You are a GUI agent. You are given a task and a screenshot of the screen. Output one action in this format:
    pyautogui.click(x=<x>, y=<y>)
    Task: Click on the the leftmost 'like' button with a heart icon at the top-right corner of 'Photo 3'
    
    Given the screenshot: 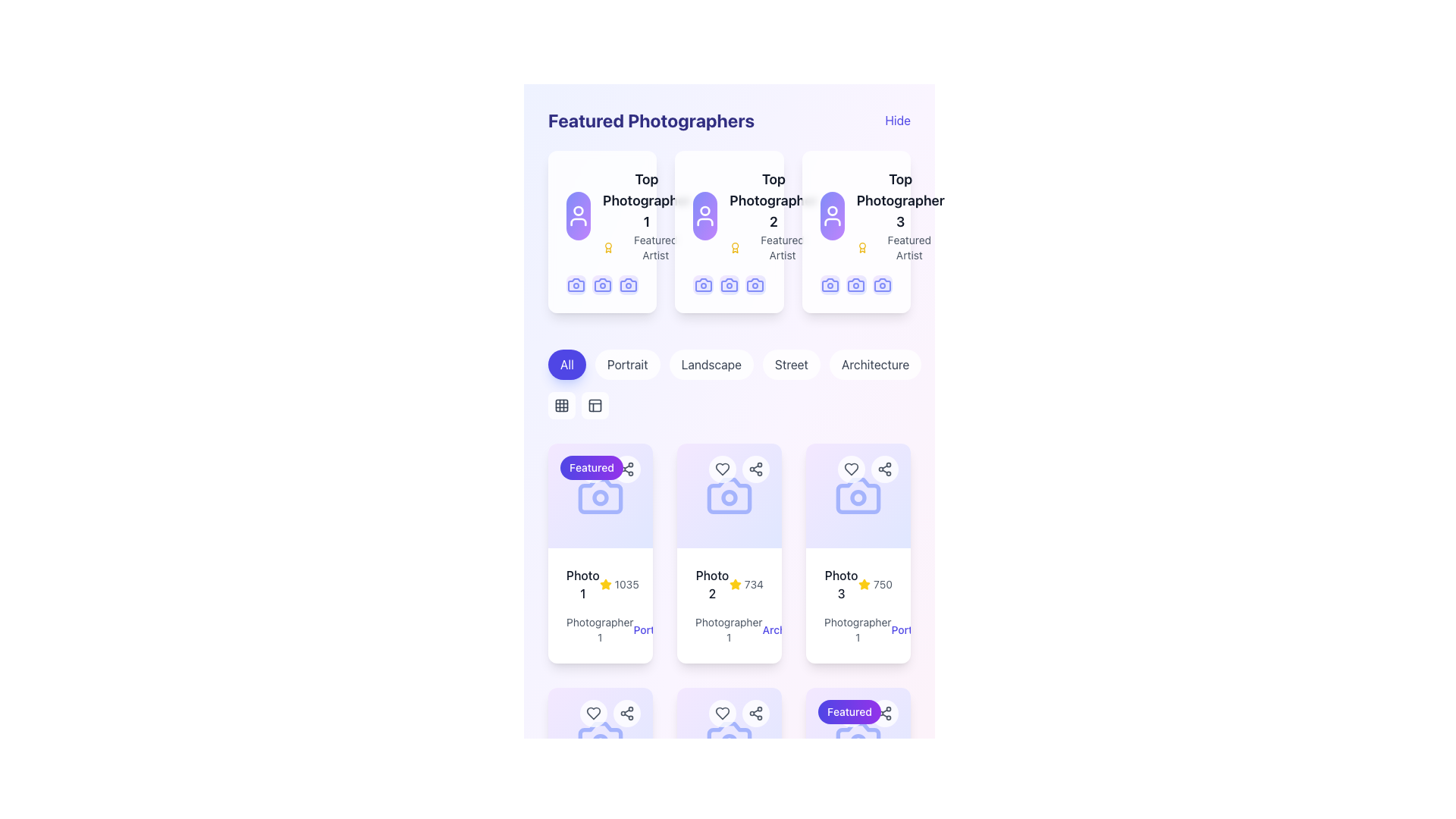 What is the action you would take?
    pyautogui.click(x=852, y=468)
    